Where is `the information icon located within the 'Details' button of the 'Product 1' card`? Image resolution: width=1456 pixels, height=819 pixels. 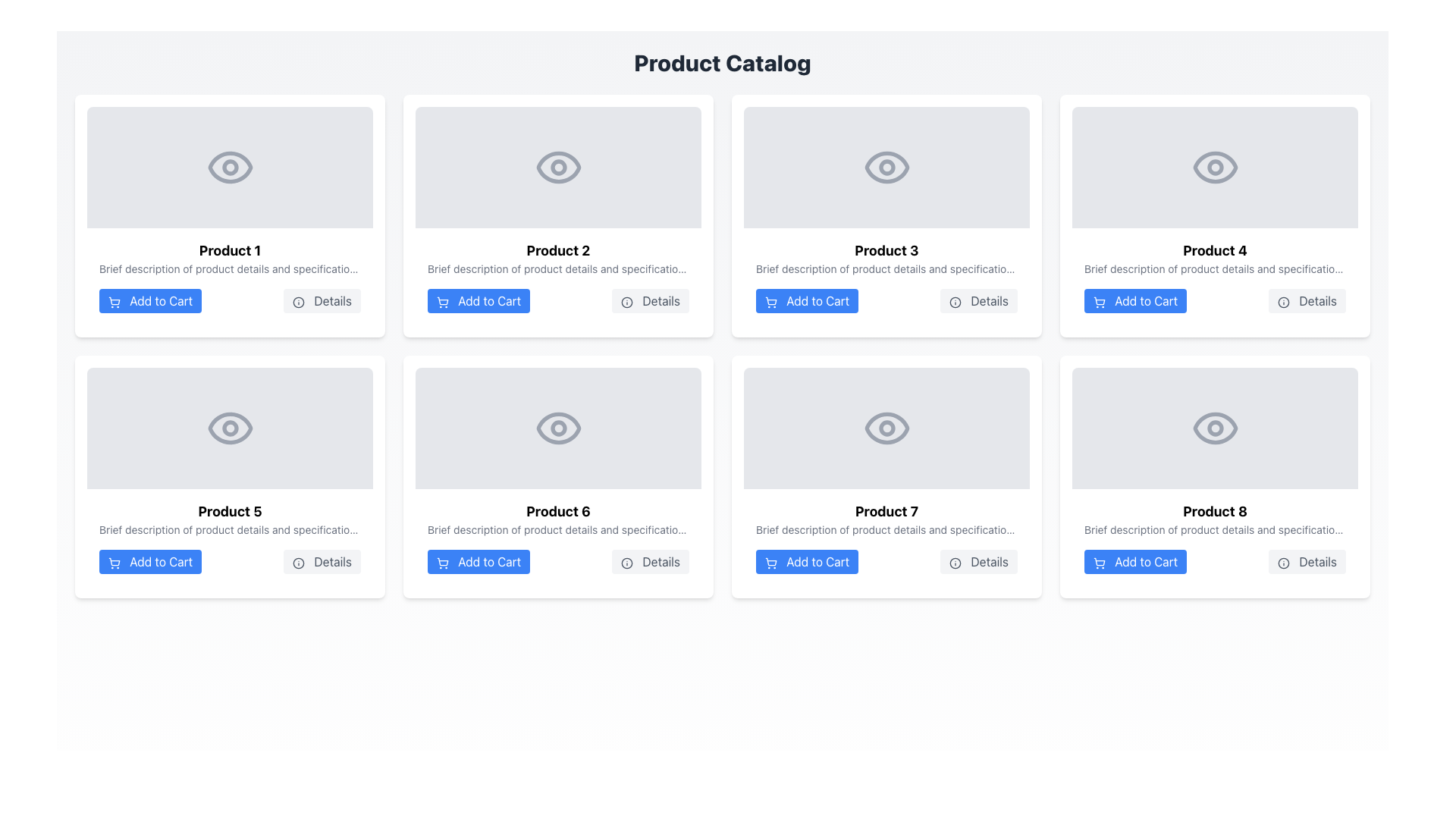 the information icon located within the 'Details' button of the 'Product 1' card is located at coordinates (299, 302).